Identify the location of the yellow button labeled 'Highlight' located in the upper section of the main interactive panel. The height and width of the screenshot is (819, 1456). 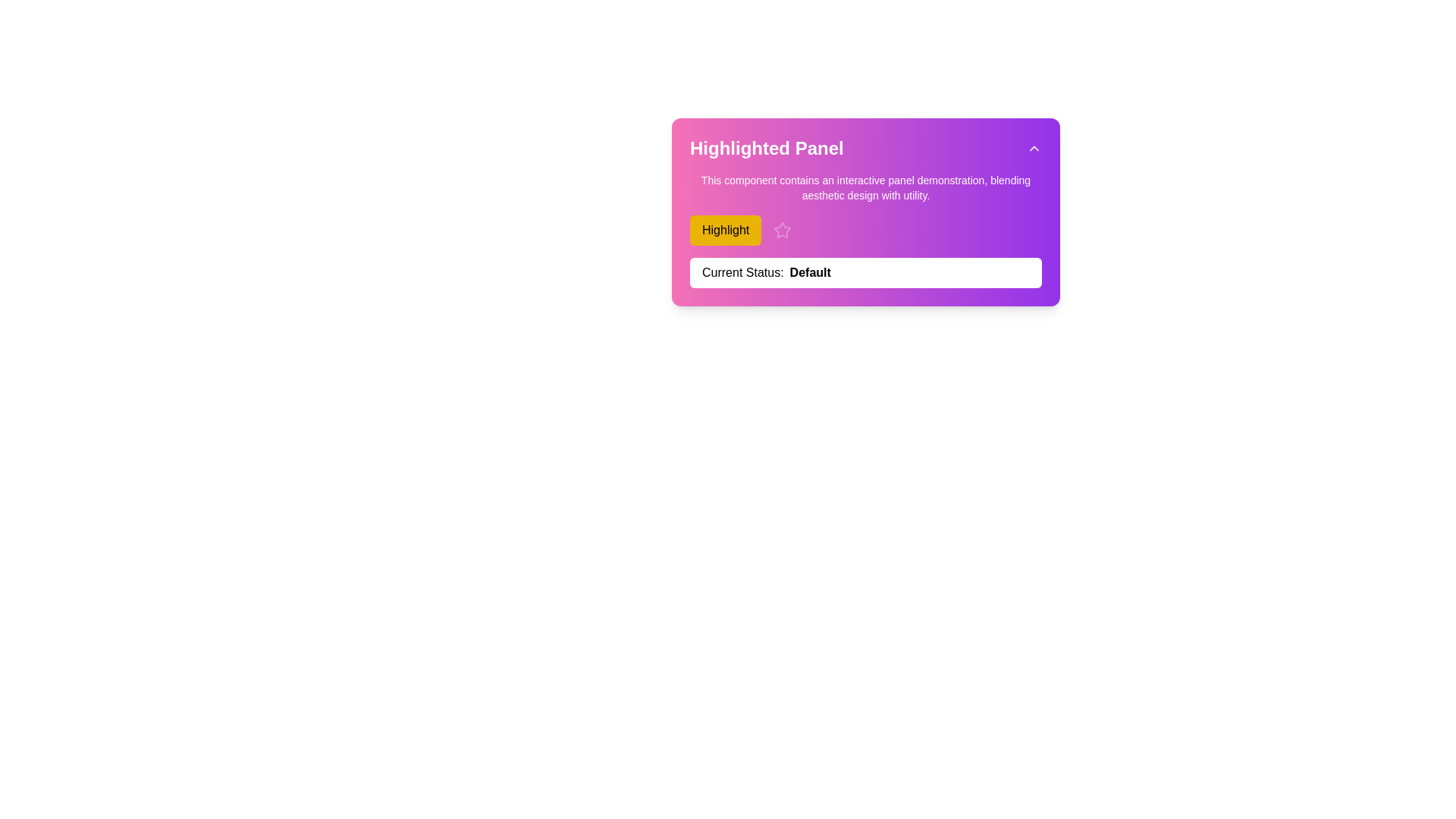
(725, 231).